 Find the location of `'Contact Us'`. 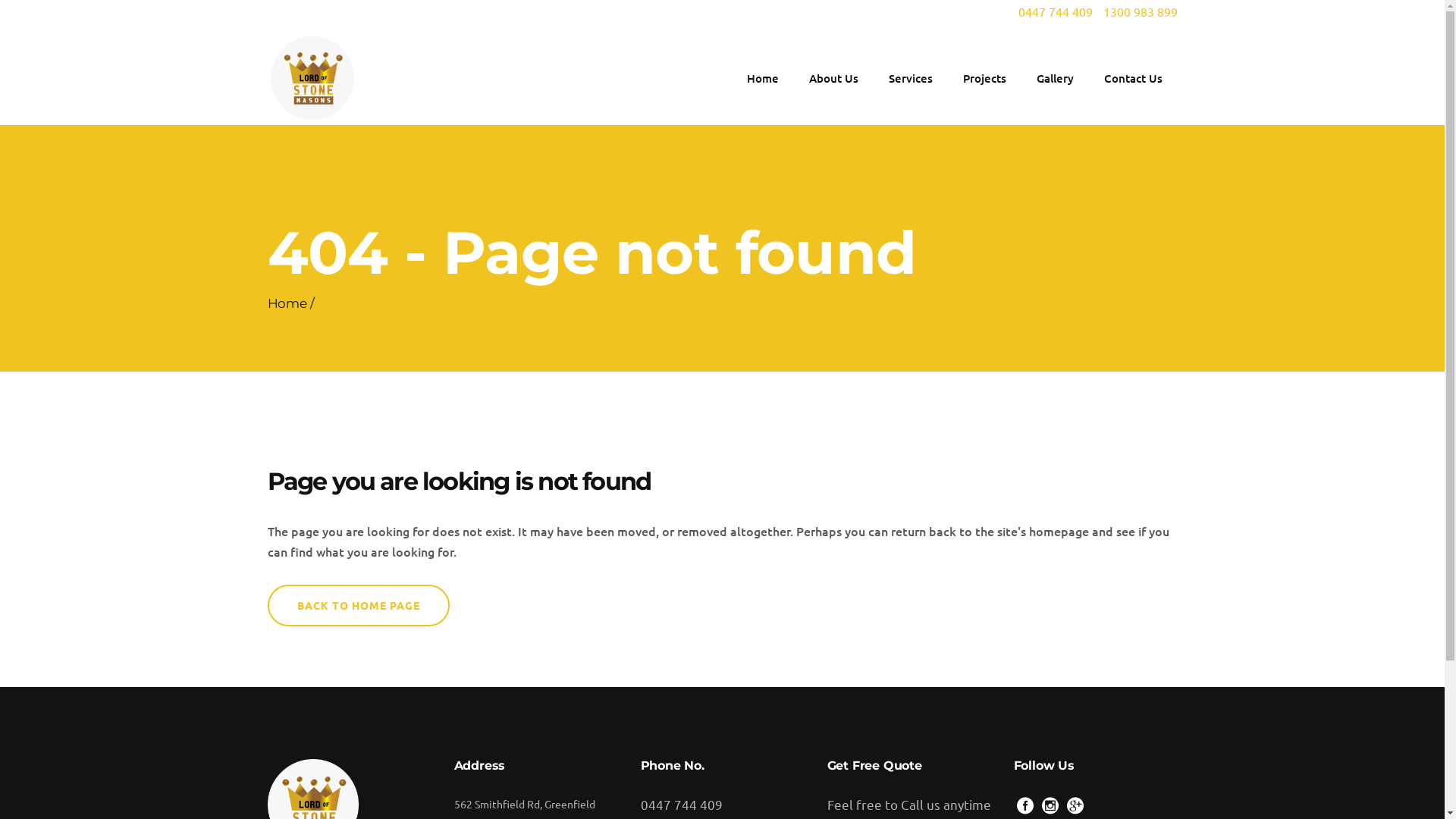

'Contact Us' is located at coordinates (1087, 77).